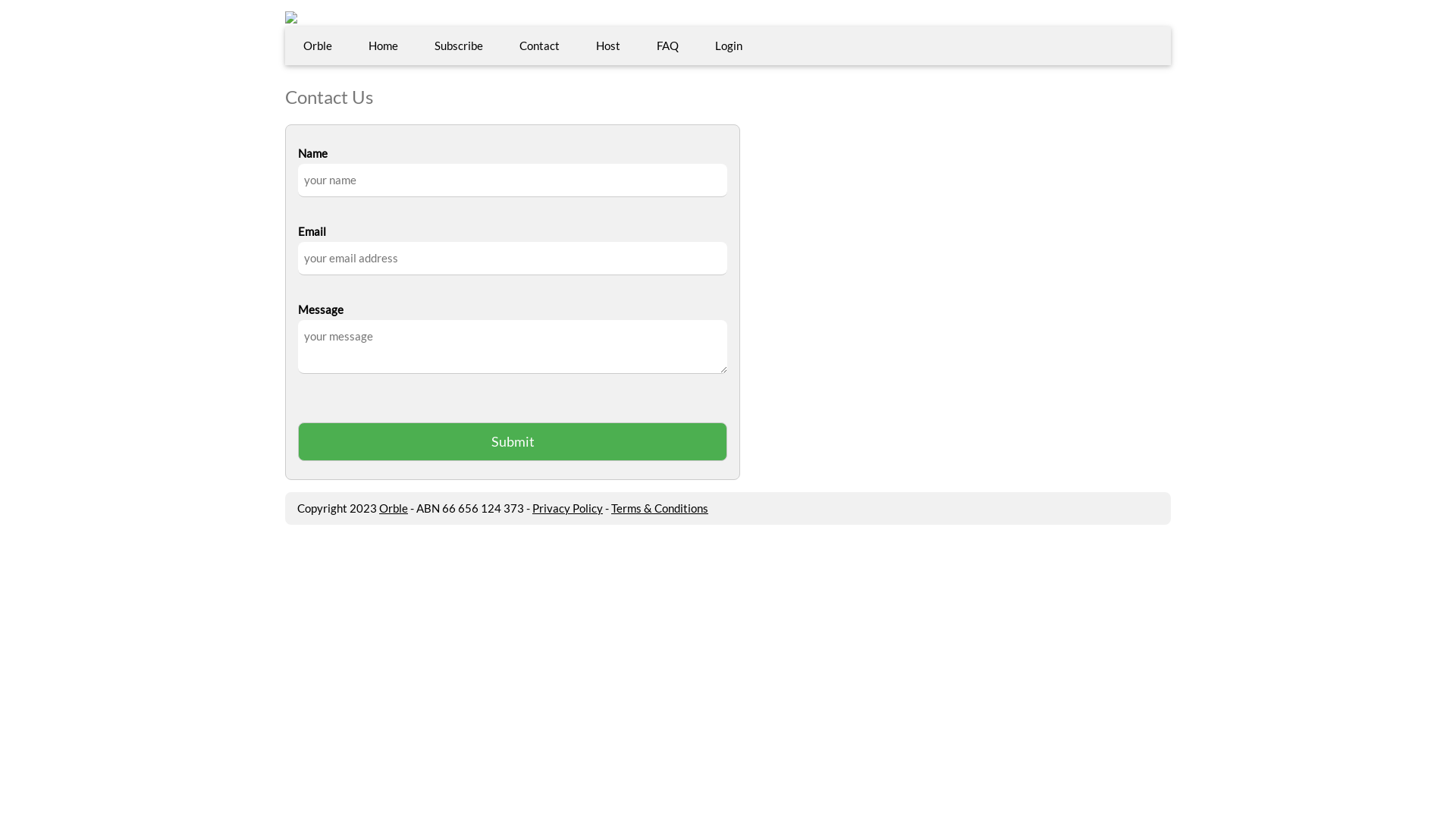 This screenshot has width=1456, height=819. What do you see at coordinates (607, 45) in the screenshot?
I see `'Host'` at bounding box center [607, 45].